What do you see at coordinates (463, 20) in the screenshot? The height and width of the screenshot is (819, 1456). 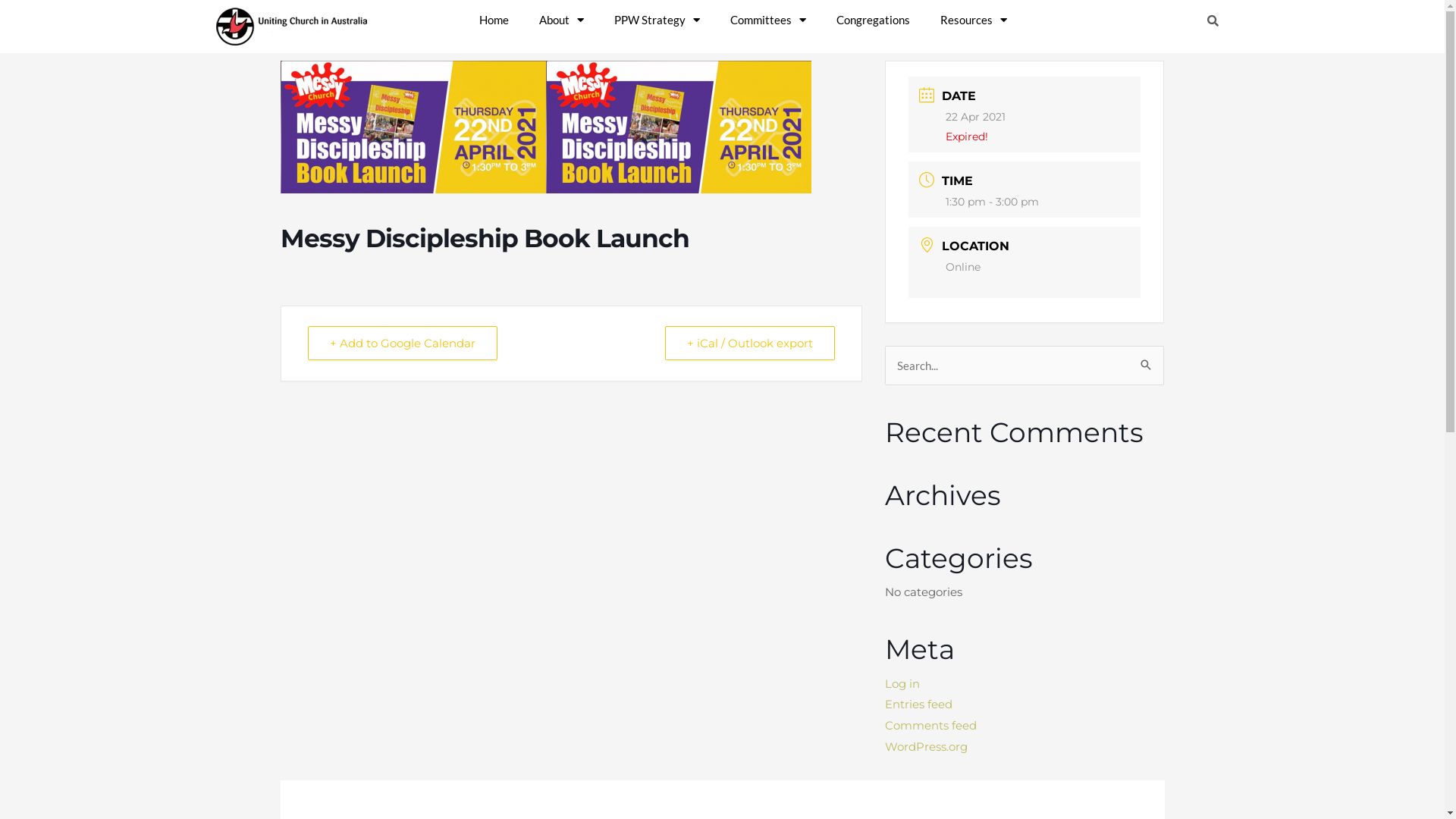 I see `'Home'` at bounding box center [463, 20].